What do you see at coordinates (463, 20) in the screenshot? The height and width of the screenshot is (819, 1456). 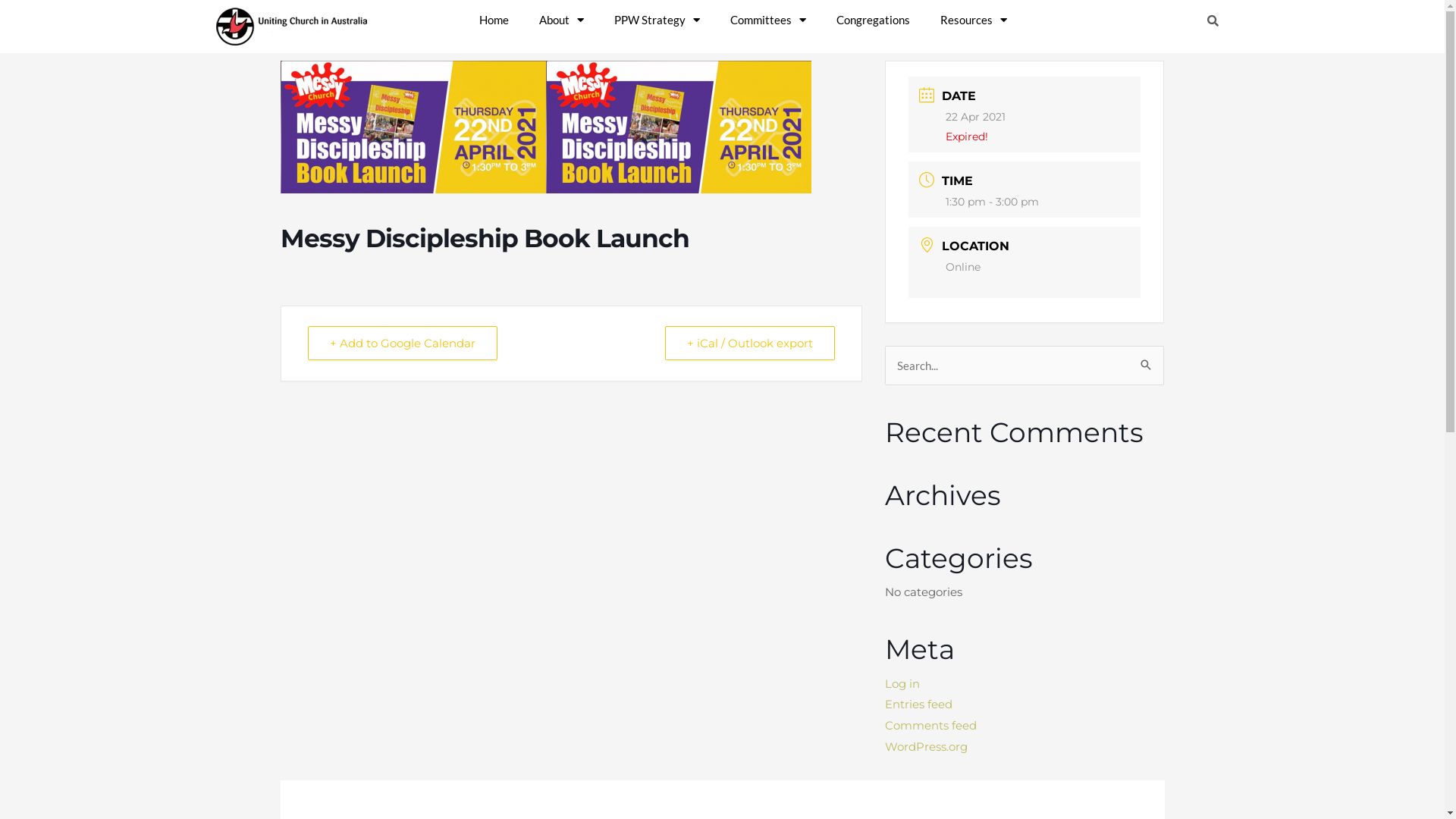 I see `'Home'` at bounding box center [463, 20].